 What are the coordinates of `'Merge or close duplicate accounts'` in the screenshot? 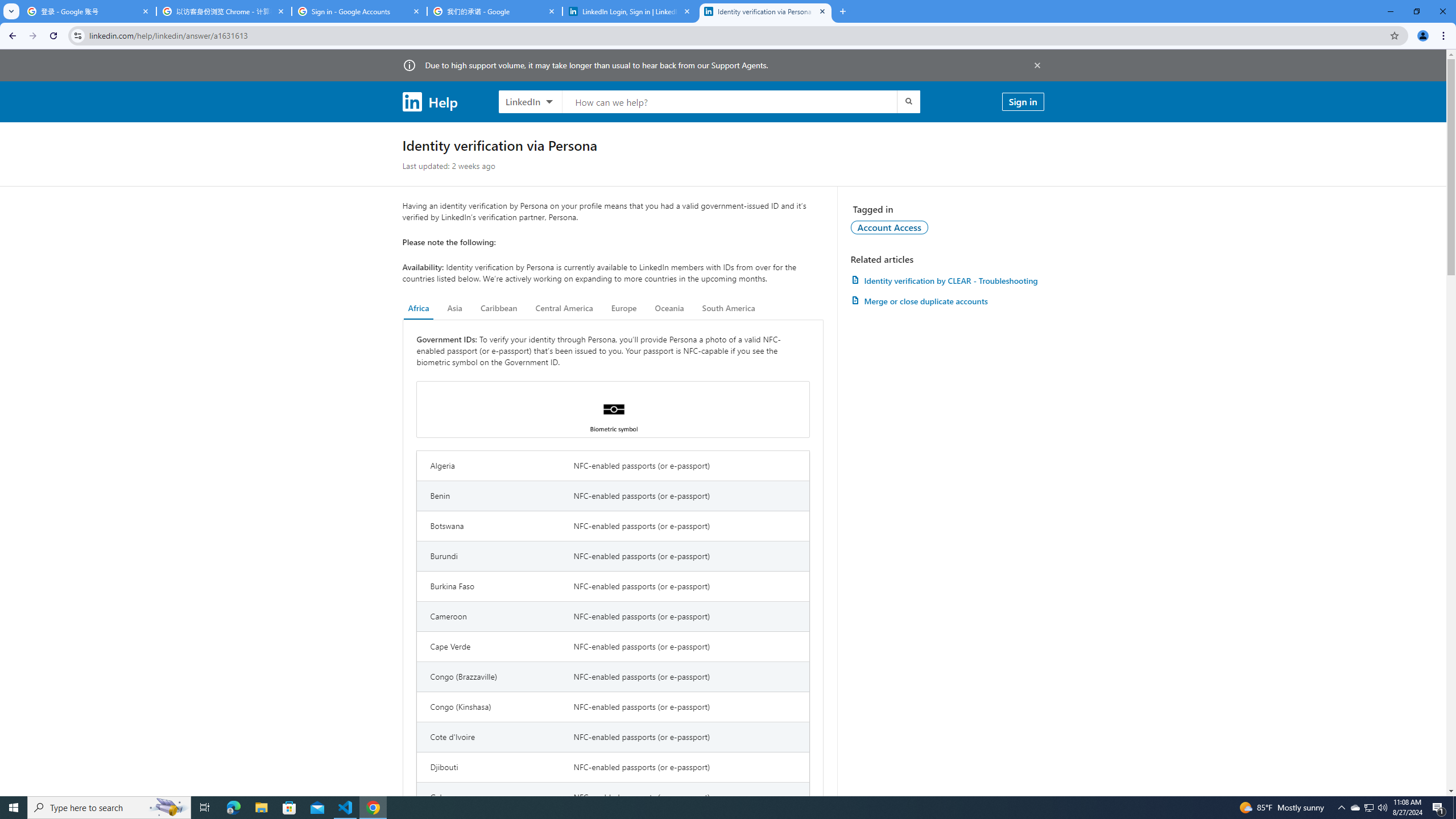 It's located at (946, 300).